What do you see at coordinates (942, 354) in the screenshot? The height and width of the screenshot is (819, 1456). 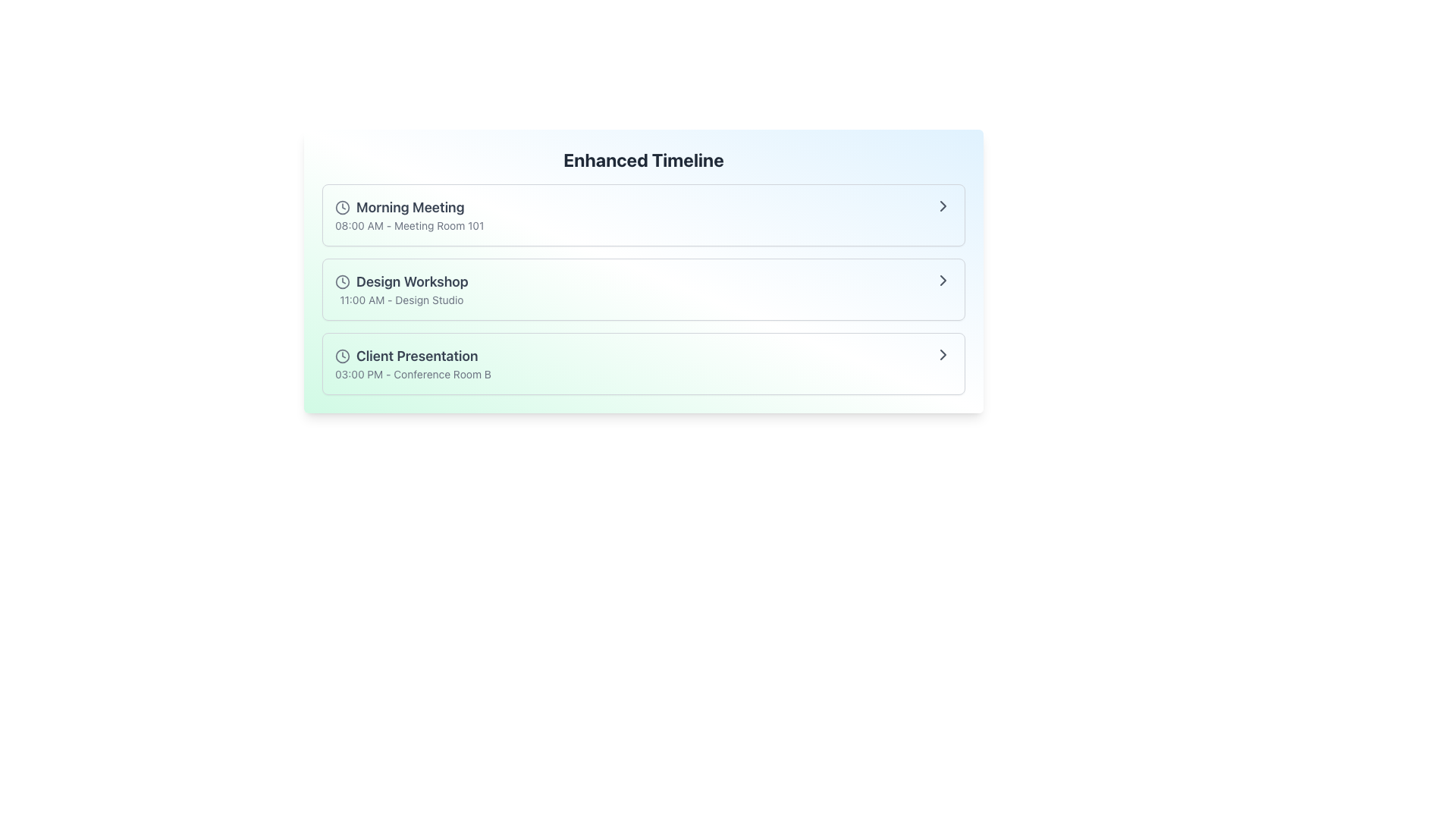 I see `the dark gray right-pointing chevron icon button located at the far right end of the row for 'Client Presentation'` at bounding box center [942, 354].